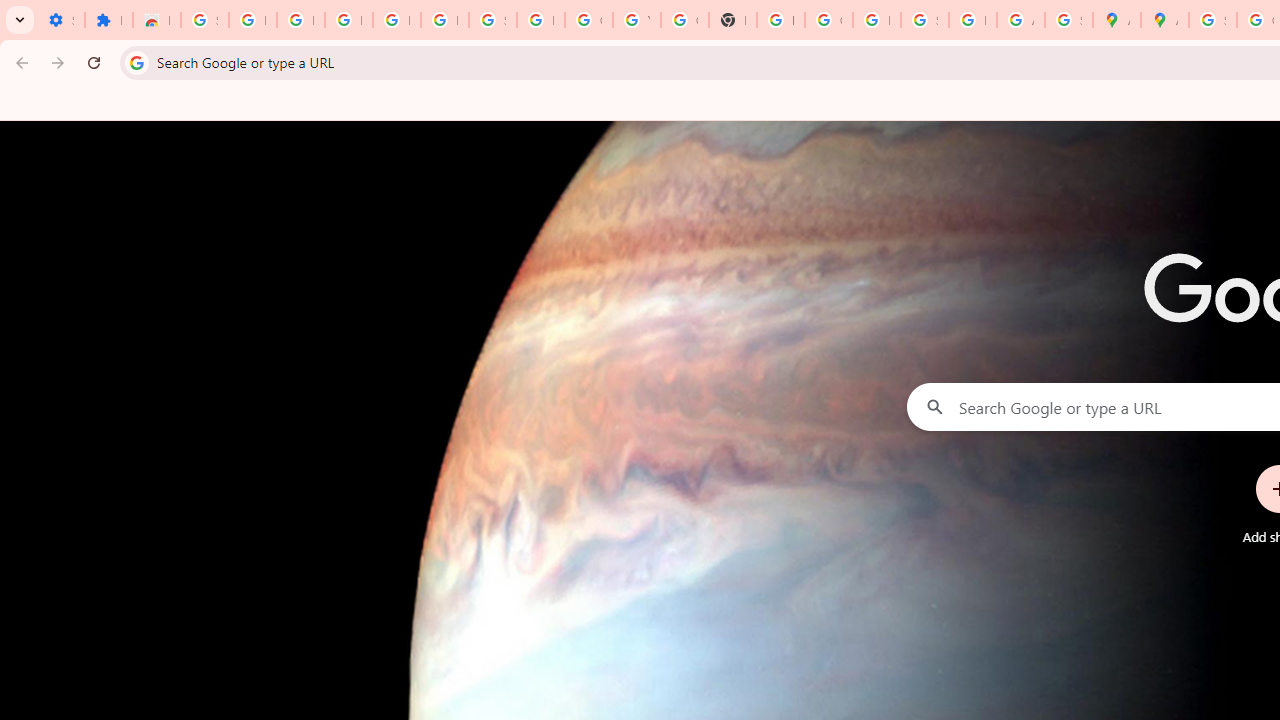  What do you see at coordinates (107, 20) in the screenshot?
I see `'Extensions'` at bounding box center [107, 20].